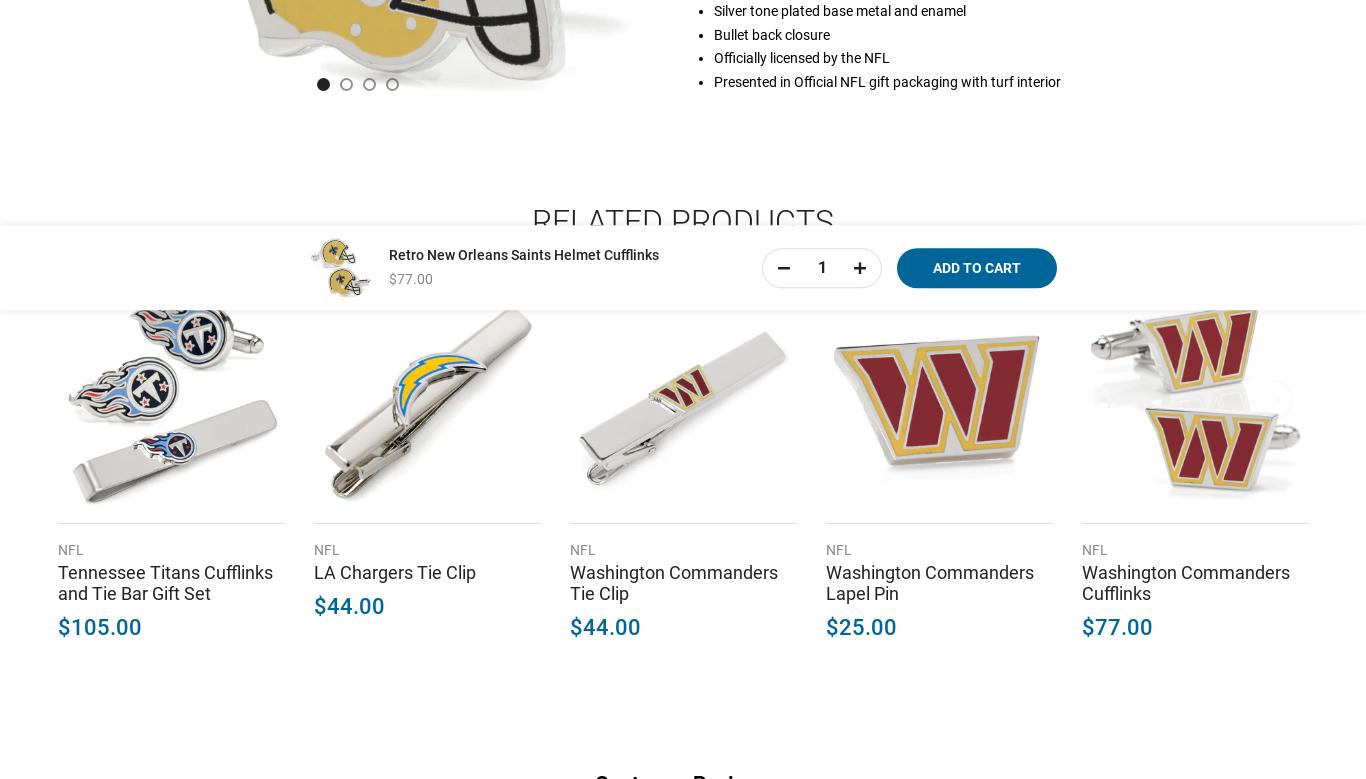 This screenshot has width=1366, height=779. Describe the element at coordinates (672, 580) in the screenshot. I see `'Washington Commanders Tie Clip'` at that location.